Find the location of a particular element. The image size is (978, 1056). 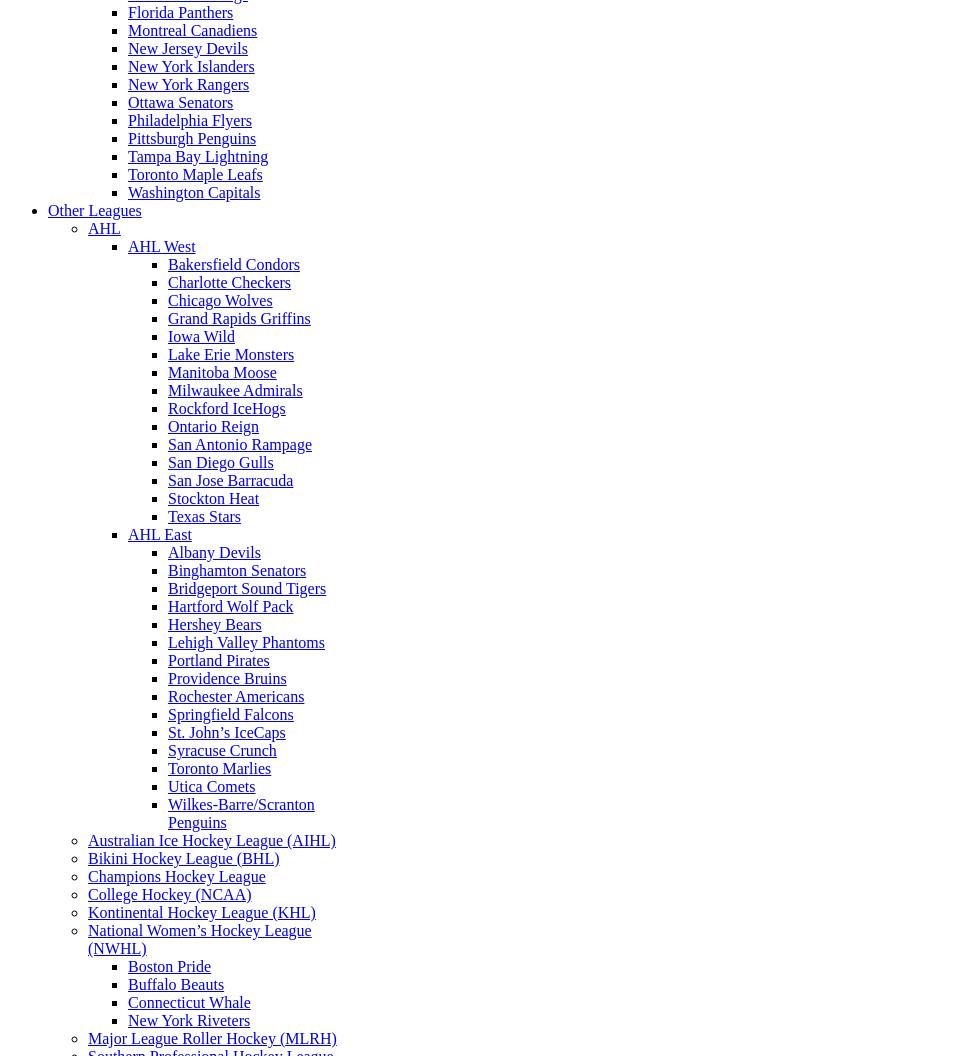

'Other Leagues' is located at coordinates (48, 209).